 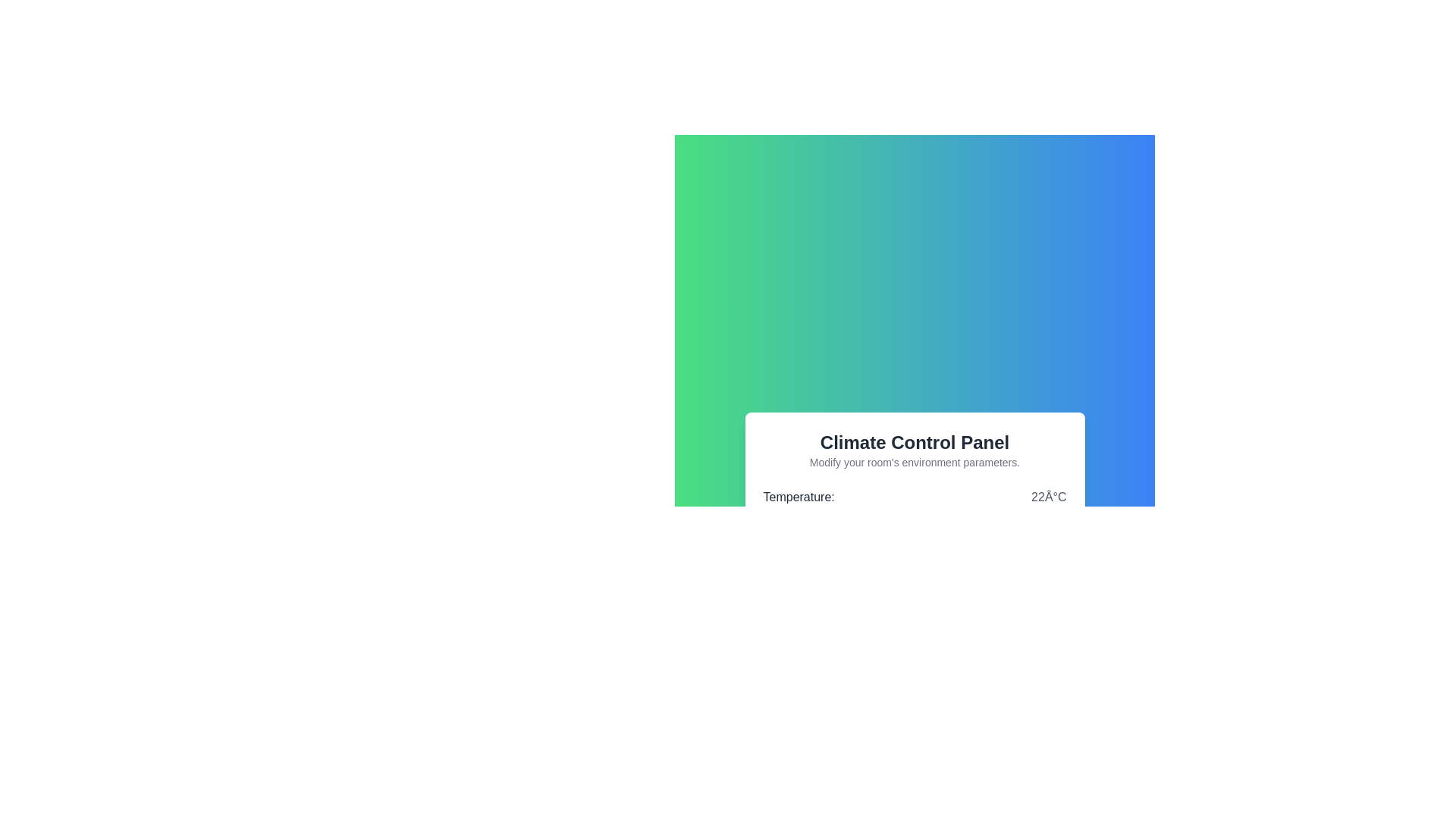 What do you see at coordinates (914, 450) in the screenshot?
I see `the text display element that shows the title and subtitle for the climate control section, which is located in a white panel with rounded corners` at bounding box center [914, 450].